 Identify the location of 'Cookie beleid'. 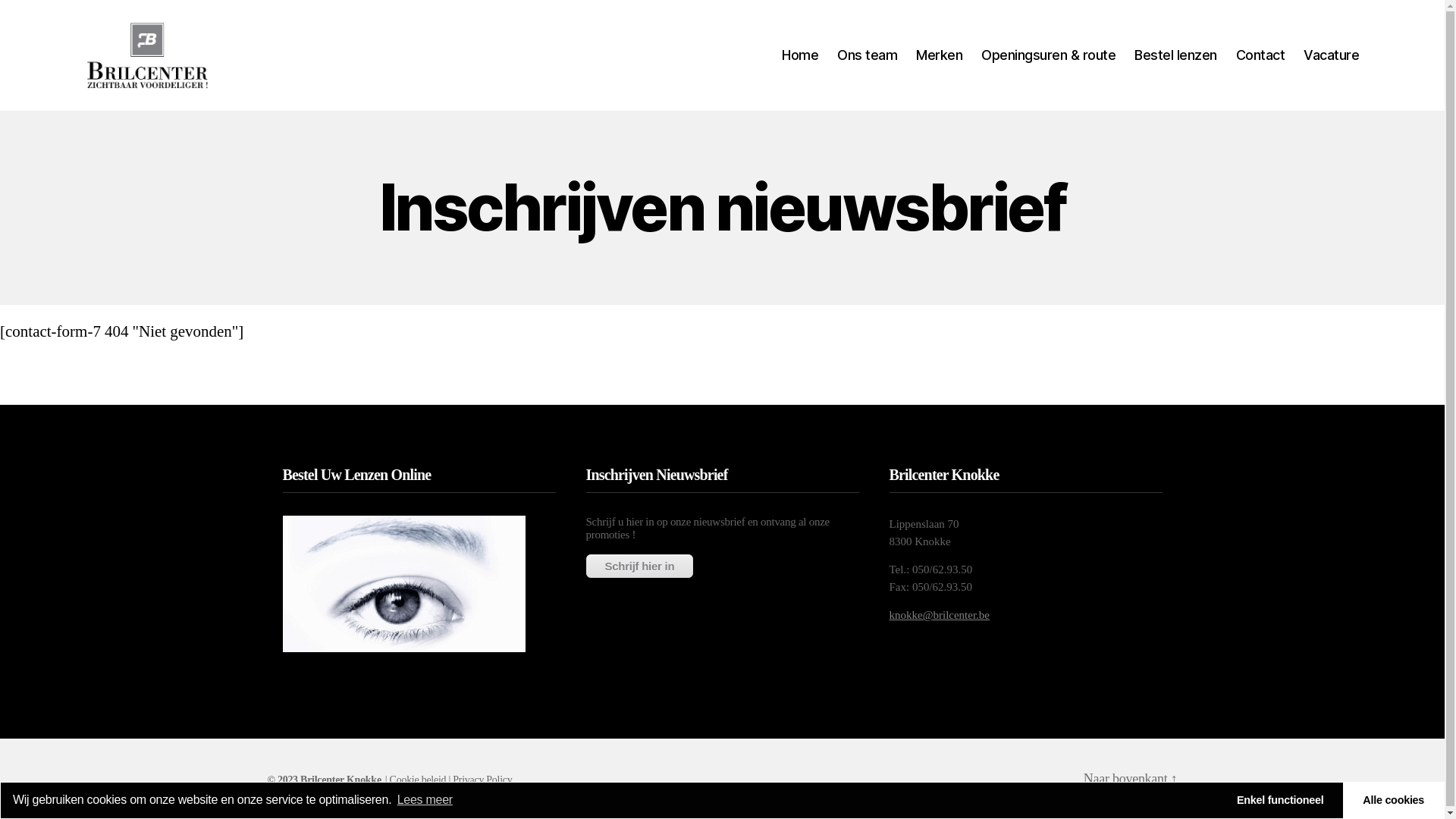
(418, 780).